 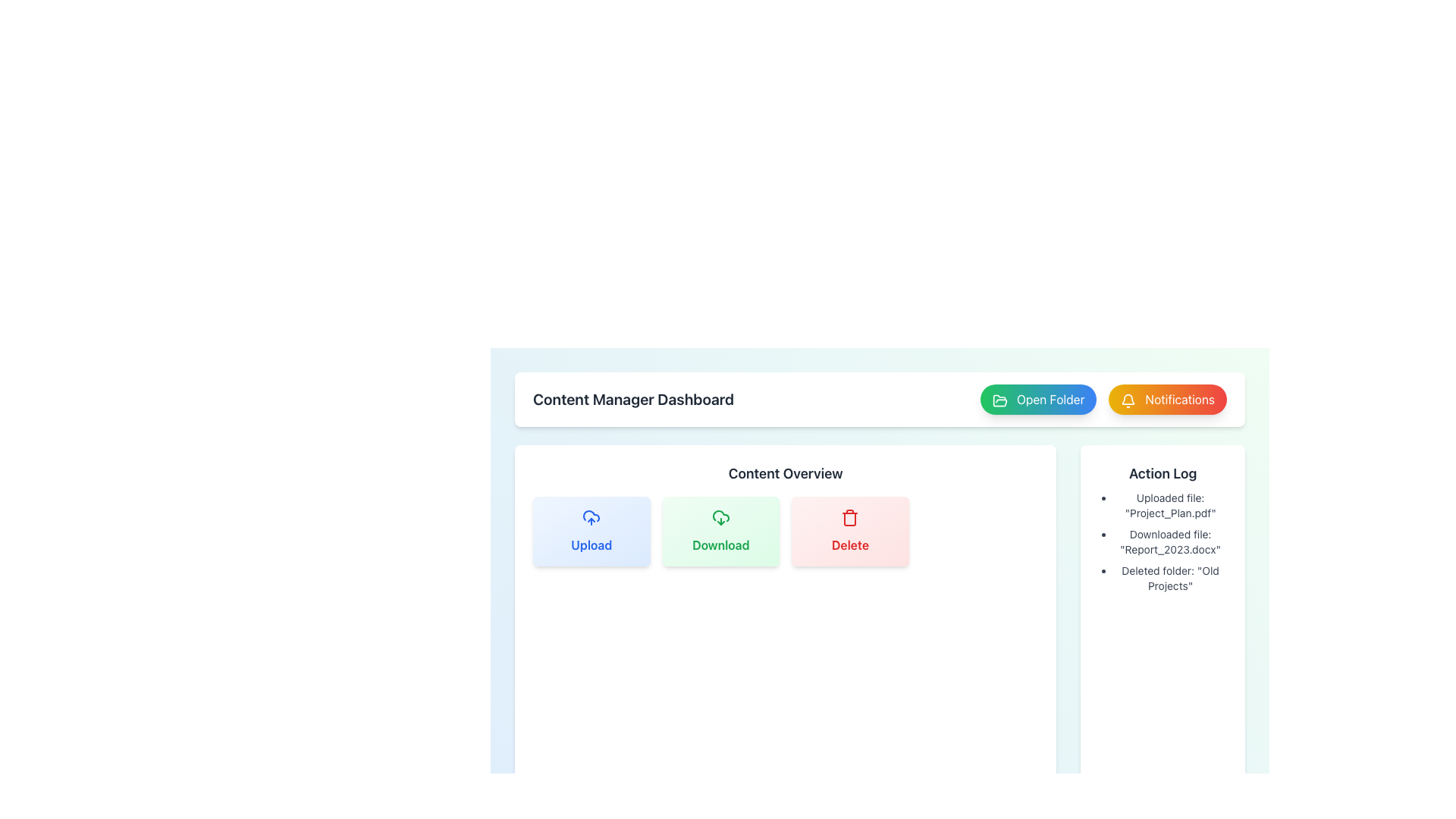 I want to click on the second item in the Action Log that indicates the user action of downloading 'Report_2023.docx', so click(x=1162, y=541).